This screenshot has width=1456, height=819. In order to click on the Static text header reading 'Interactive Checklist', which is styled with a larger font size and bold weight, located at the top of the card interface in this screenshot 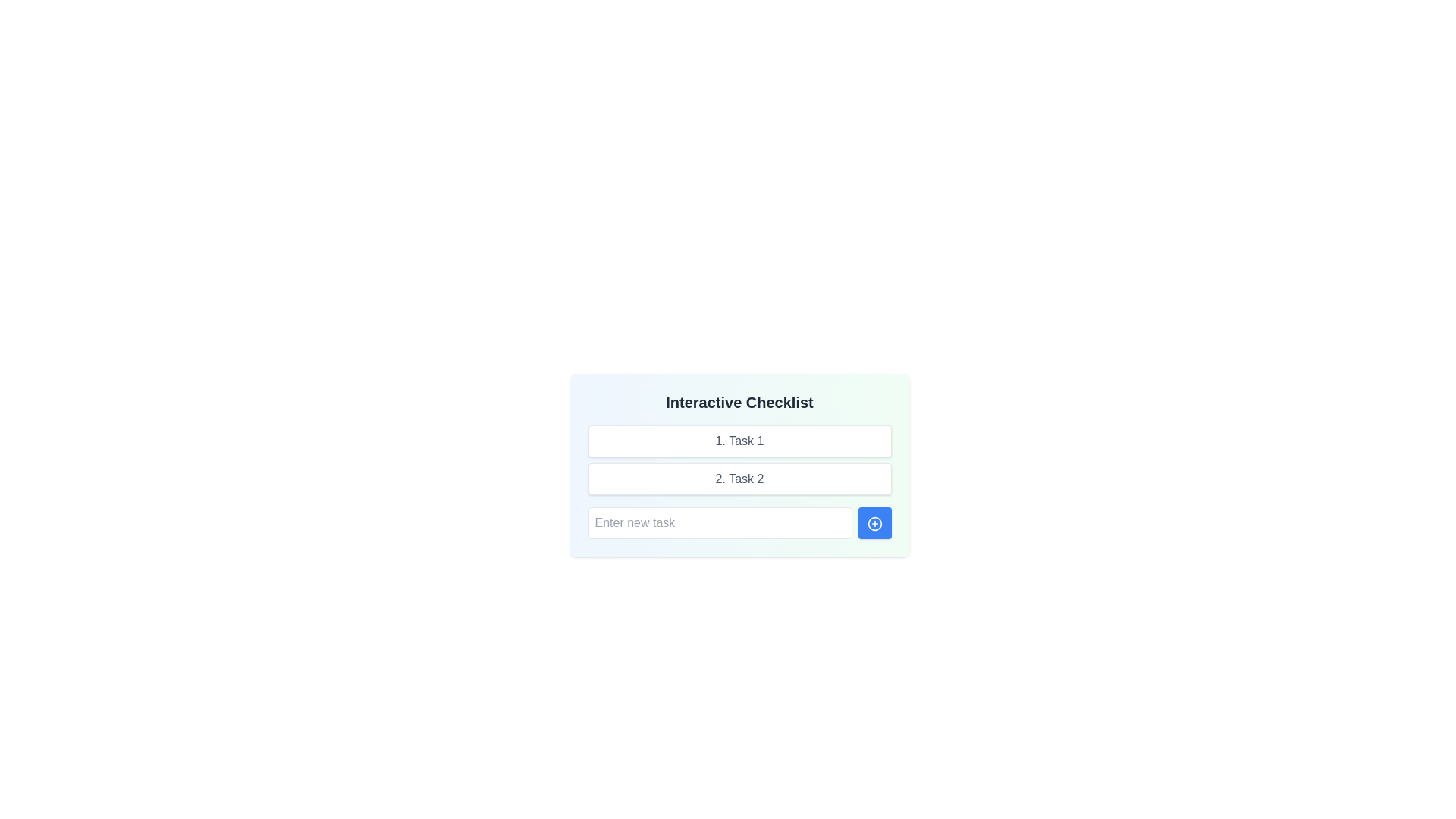, I will do `click(739, 402)`.